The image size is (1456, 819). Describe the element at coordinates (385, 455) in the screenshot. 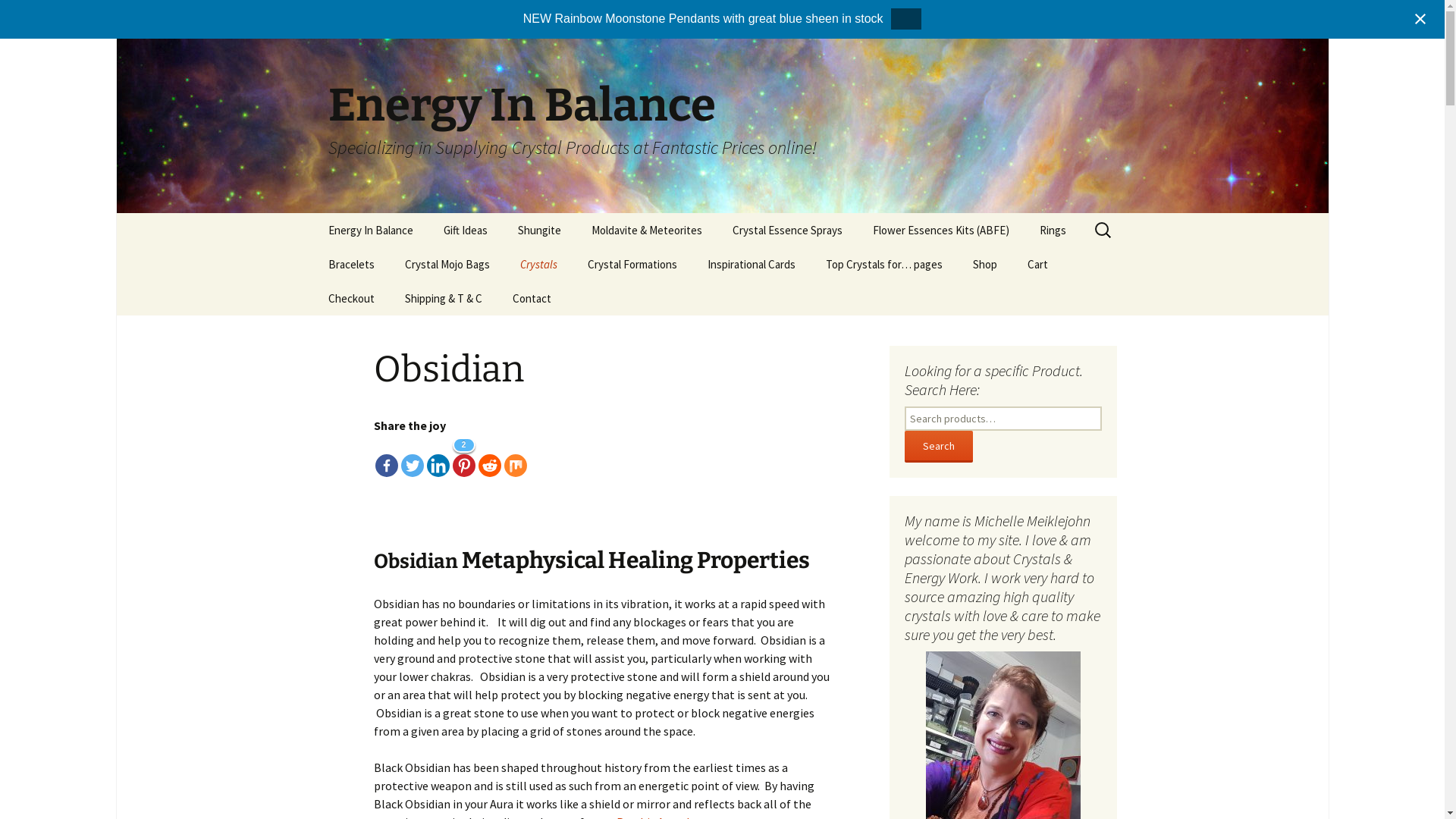

I see `'Facebook'` at that location.